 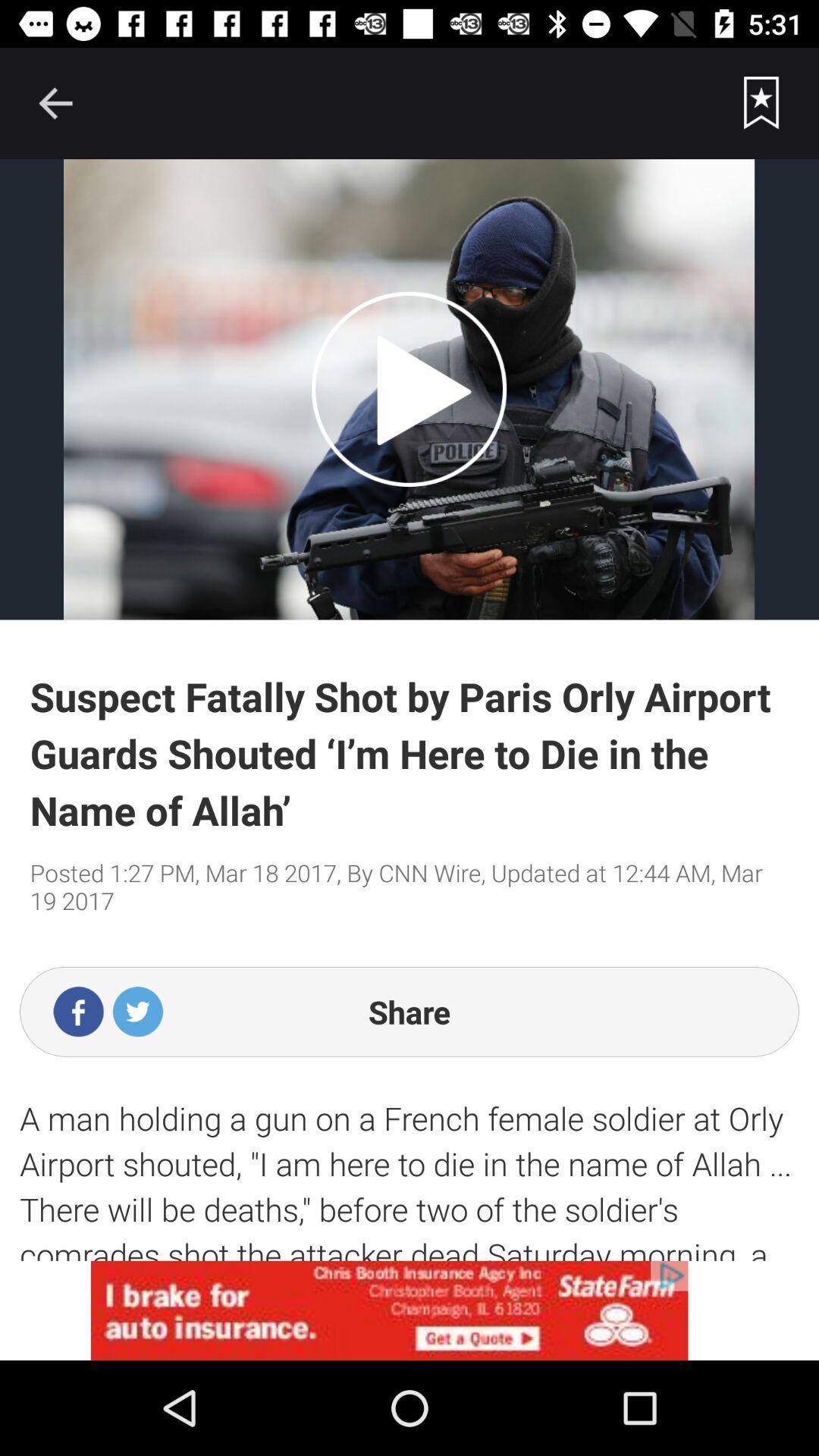 What do you see at coordinates (761, 102) in the screenshot?
I see `favourites` at bounding box center [761, 102].